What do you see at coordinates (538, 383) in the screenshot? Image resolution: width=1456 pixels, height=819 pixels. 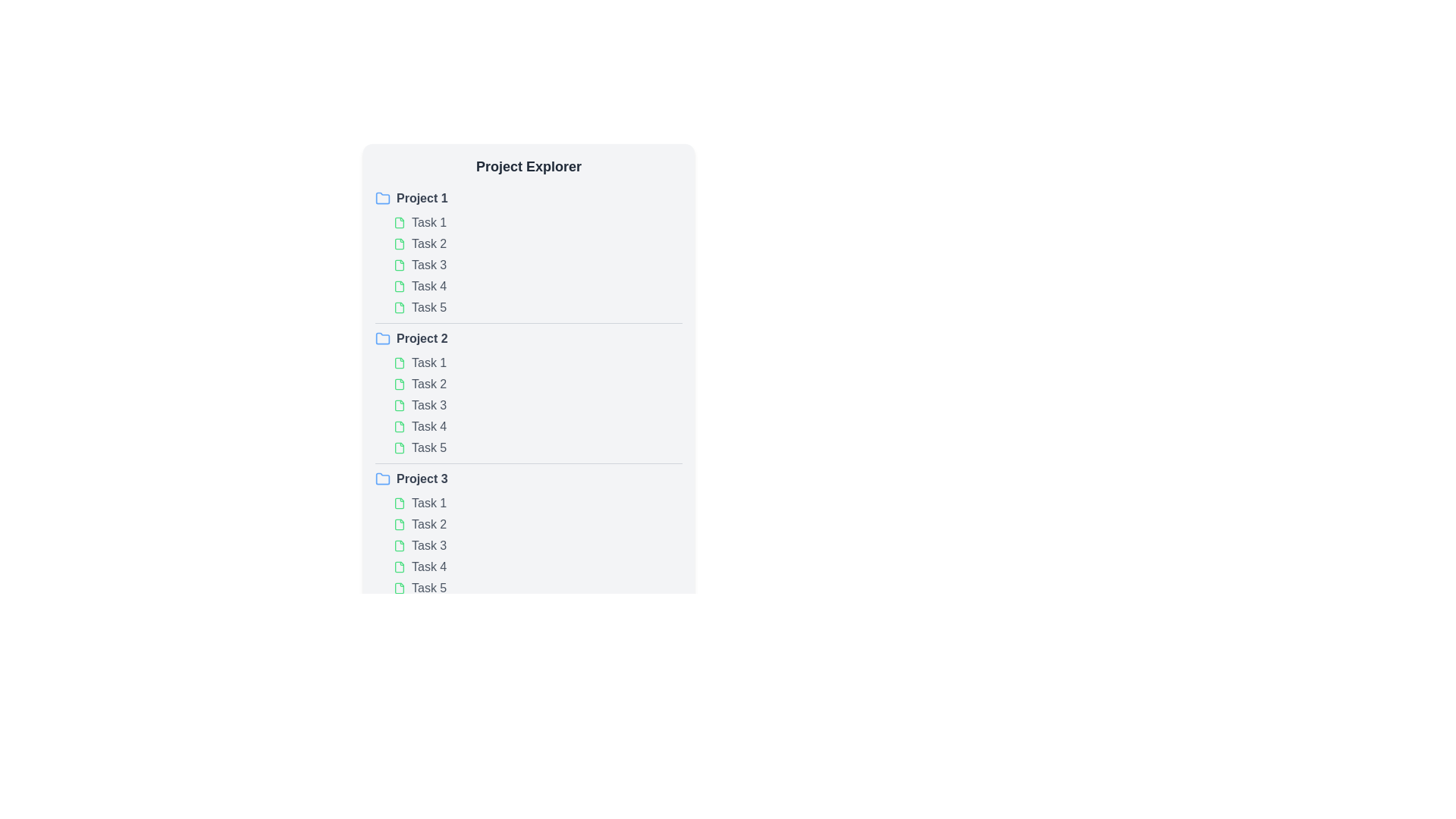 I see `the List item labeled 'Task 2' under the 'Project 2' section` at bounding box center [538, 383].